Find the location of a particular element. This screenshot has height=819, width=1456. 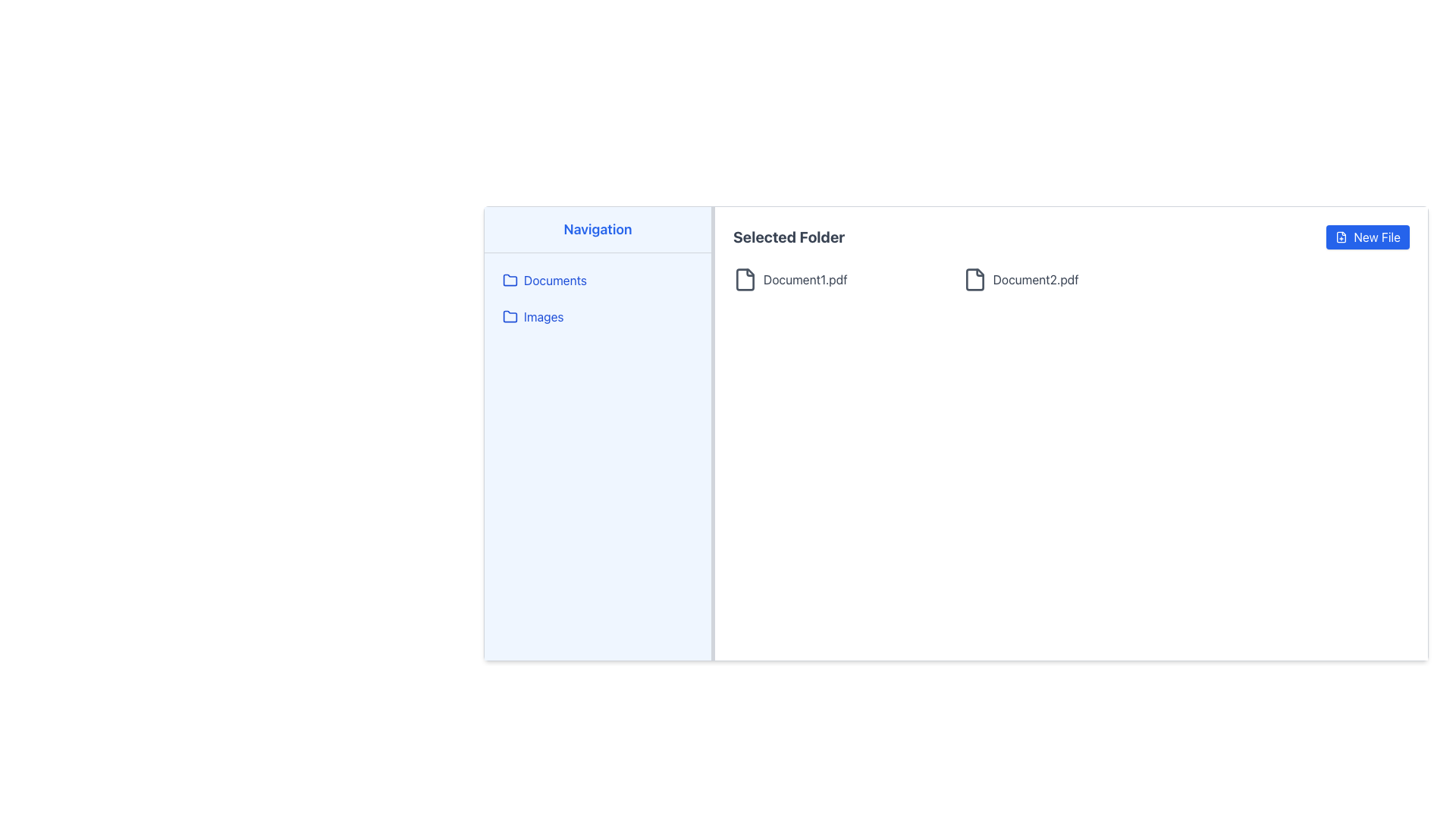

the bold, gray, large text label that reads 'Selected Folder', which is located towards the upper-left side of the main content section is located at coordinates (789, 237).